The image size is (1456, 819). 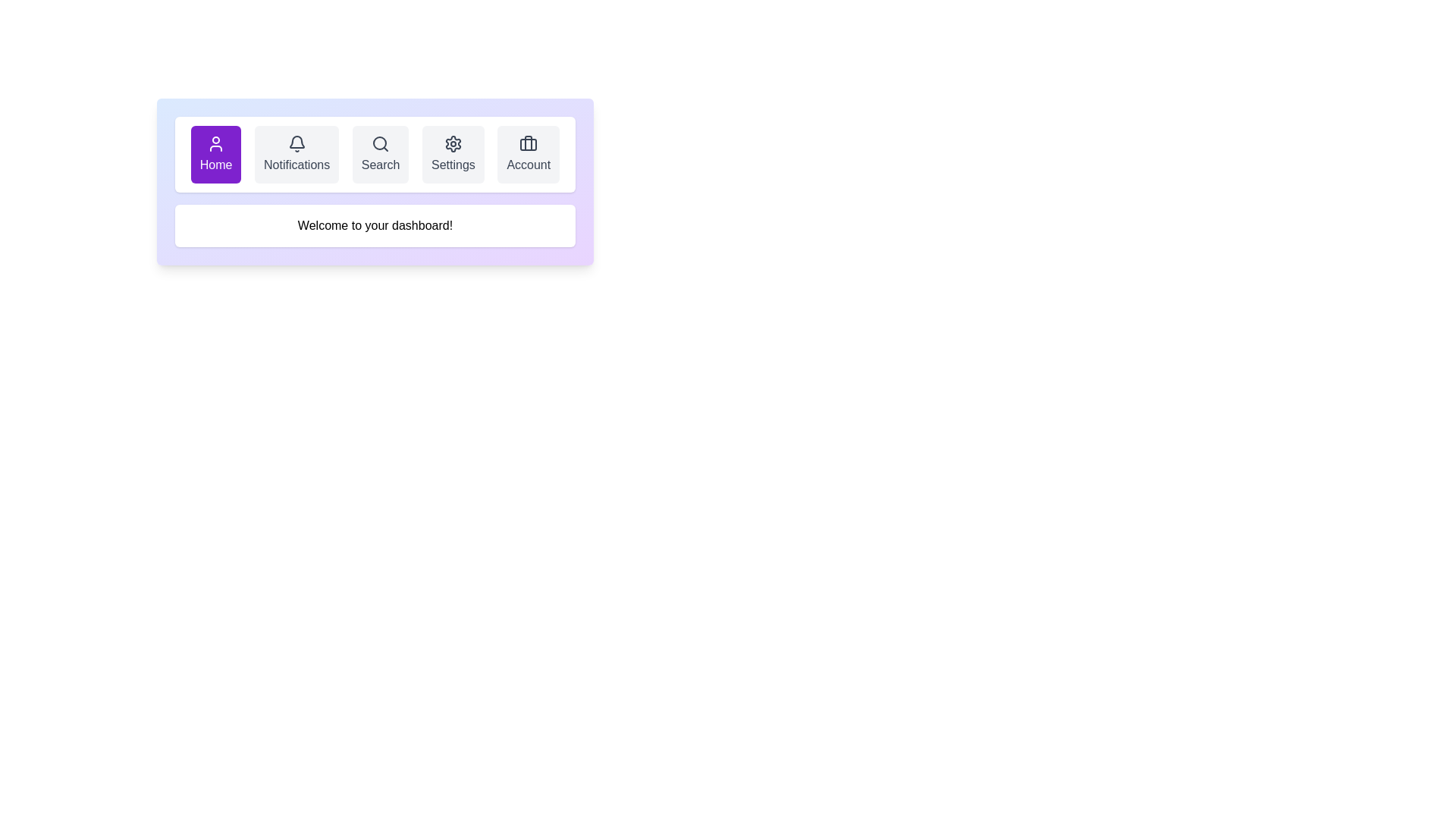 I want to click on the search button located between the 'Notifications' and 'Settings' buttons in the top navigation bar, so click(x=381, y=155).